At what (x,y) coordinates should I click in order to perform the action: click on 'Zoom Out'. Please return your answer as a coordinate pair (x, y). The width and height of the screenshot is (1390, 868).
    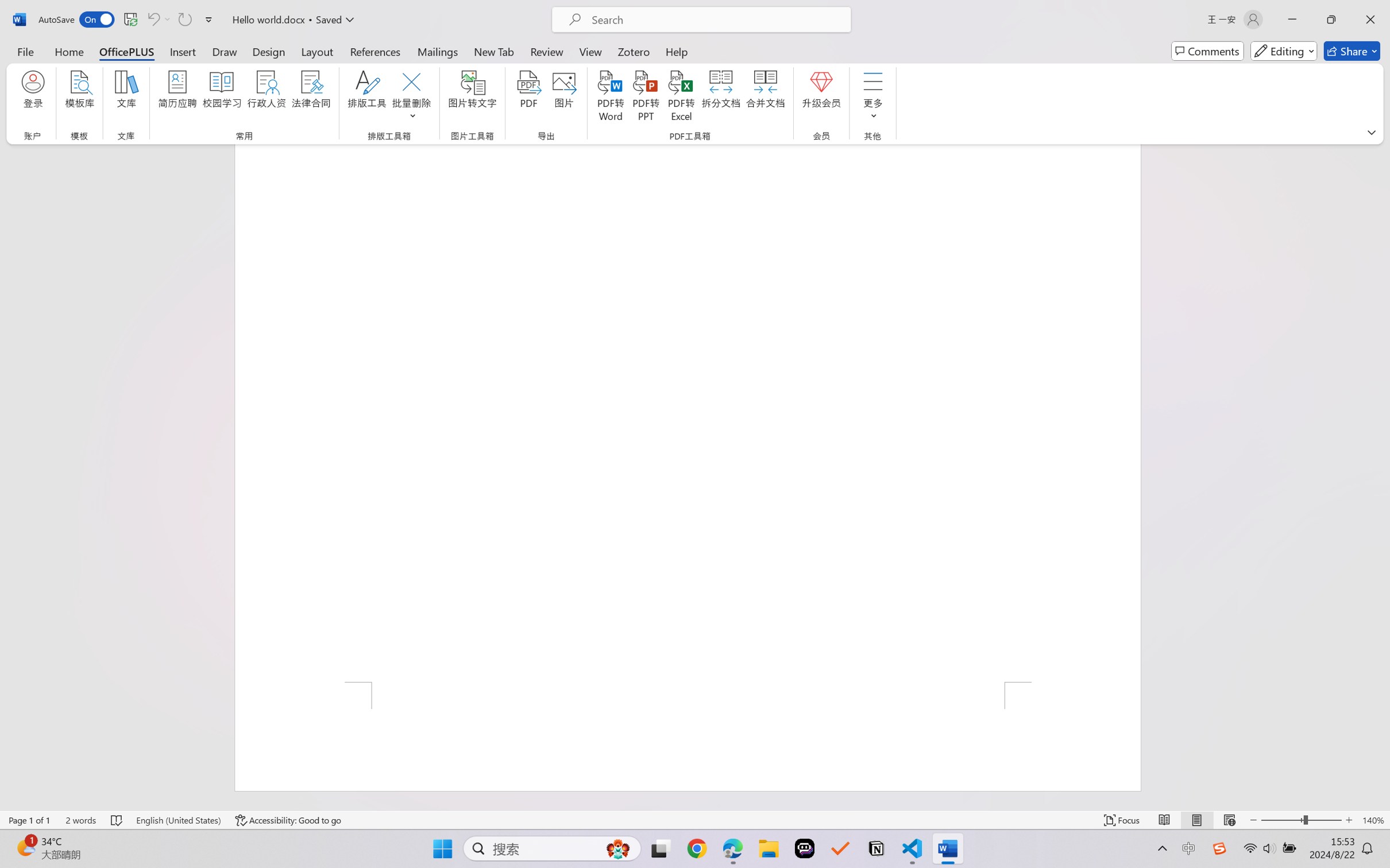
    Looking at the image, I should click on (1281, 820).